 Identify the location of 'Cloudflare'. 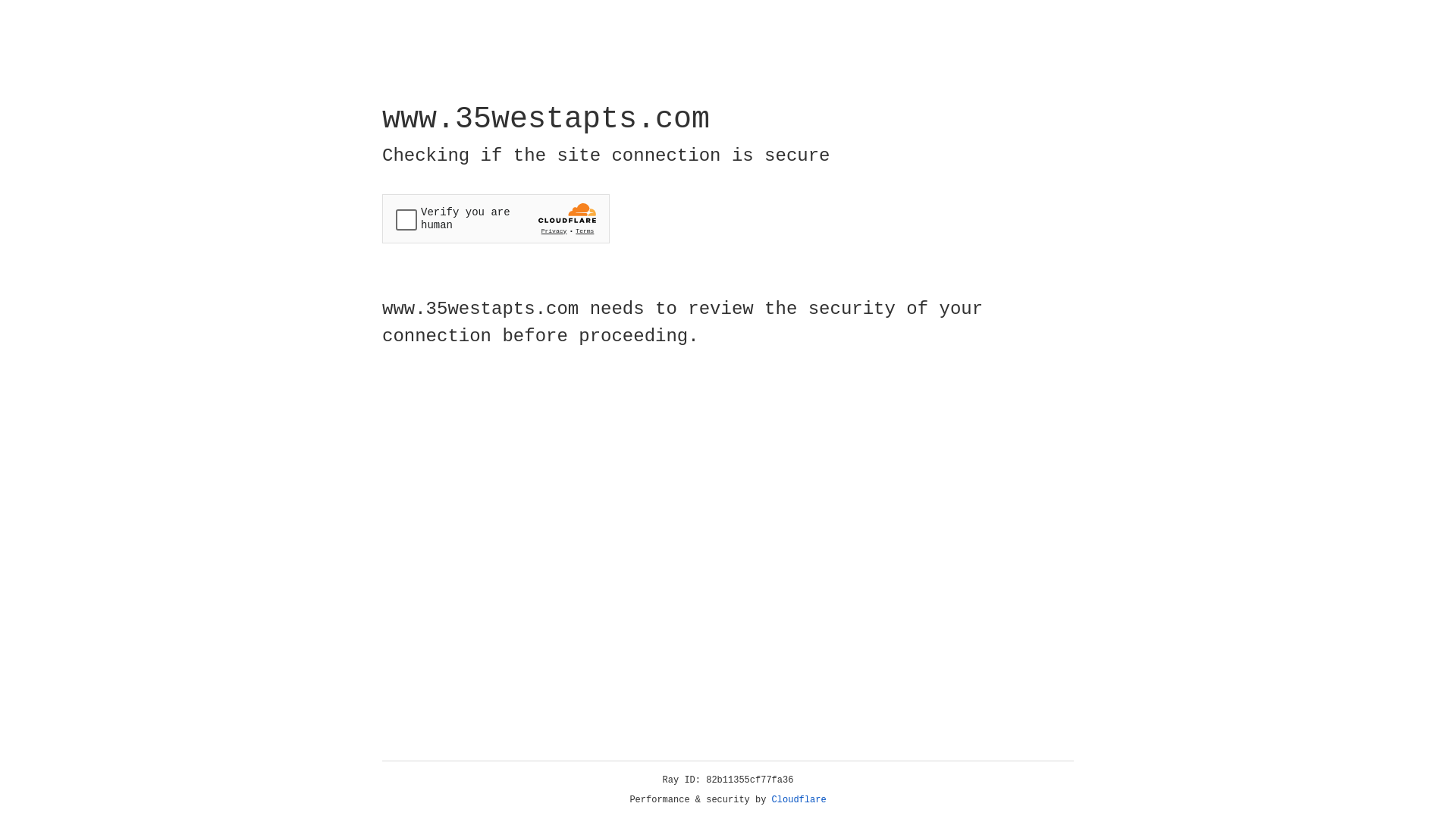
(799, 799).